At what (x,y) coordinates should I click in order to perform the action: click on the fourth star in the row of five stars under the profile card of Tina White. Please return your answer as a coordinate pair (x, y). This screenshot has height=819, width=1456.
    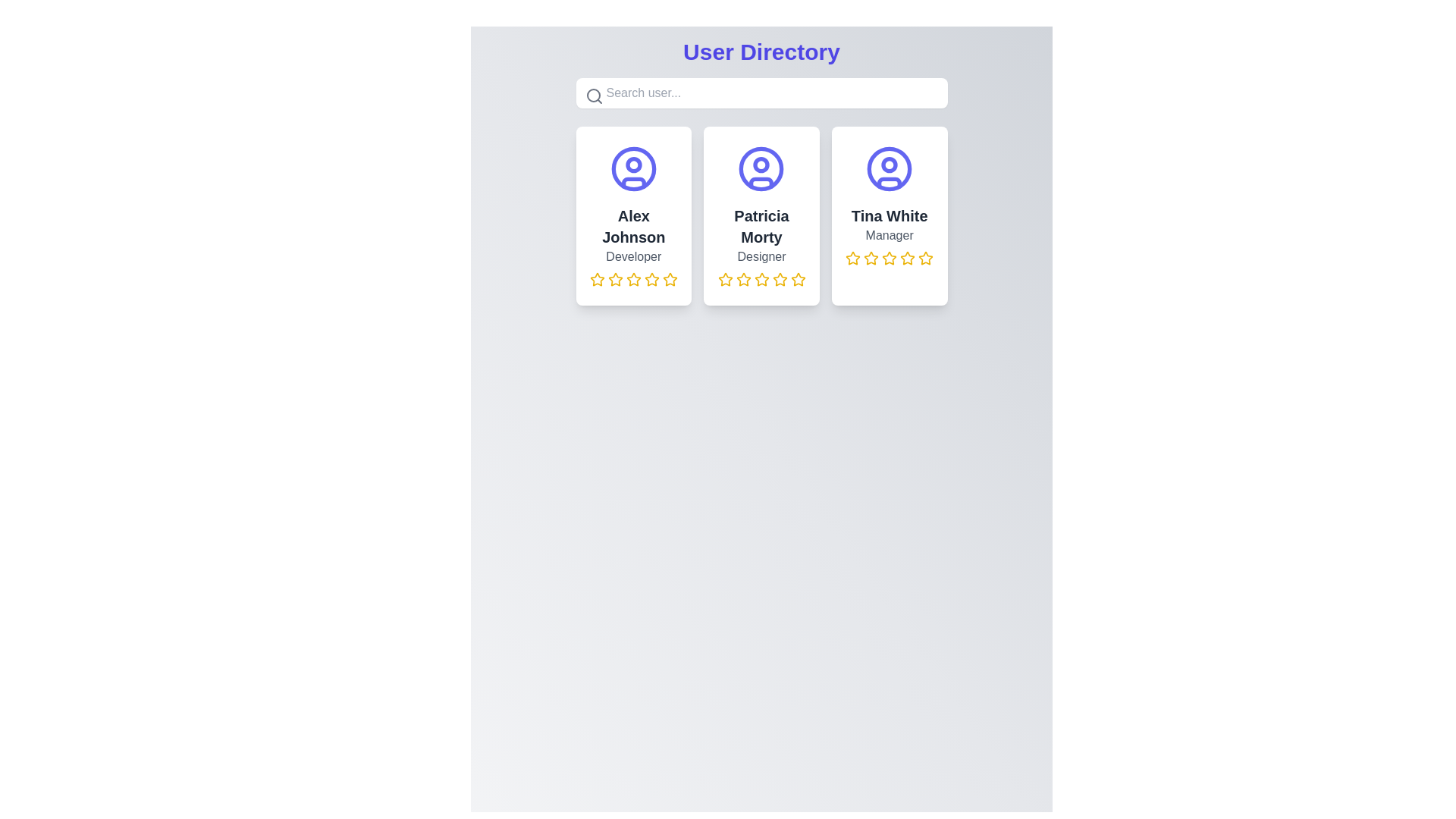
    Looking at the image, I should click on (890, 257).